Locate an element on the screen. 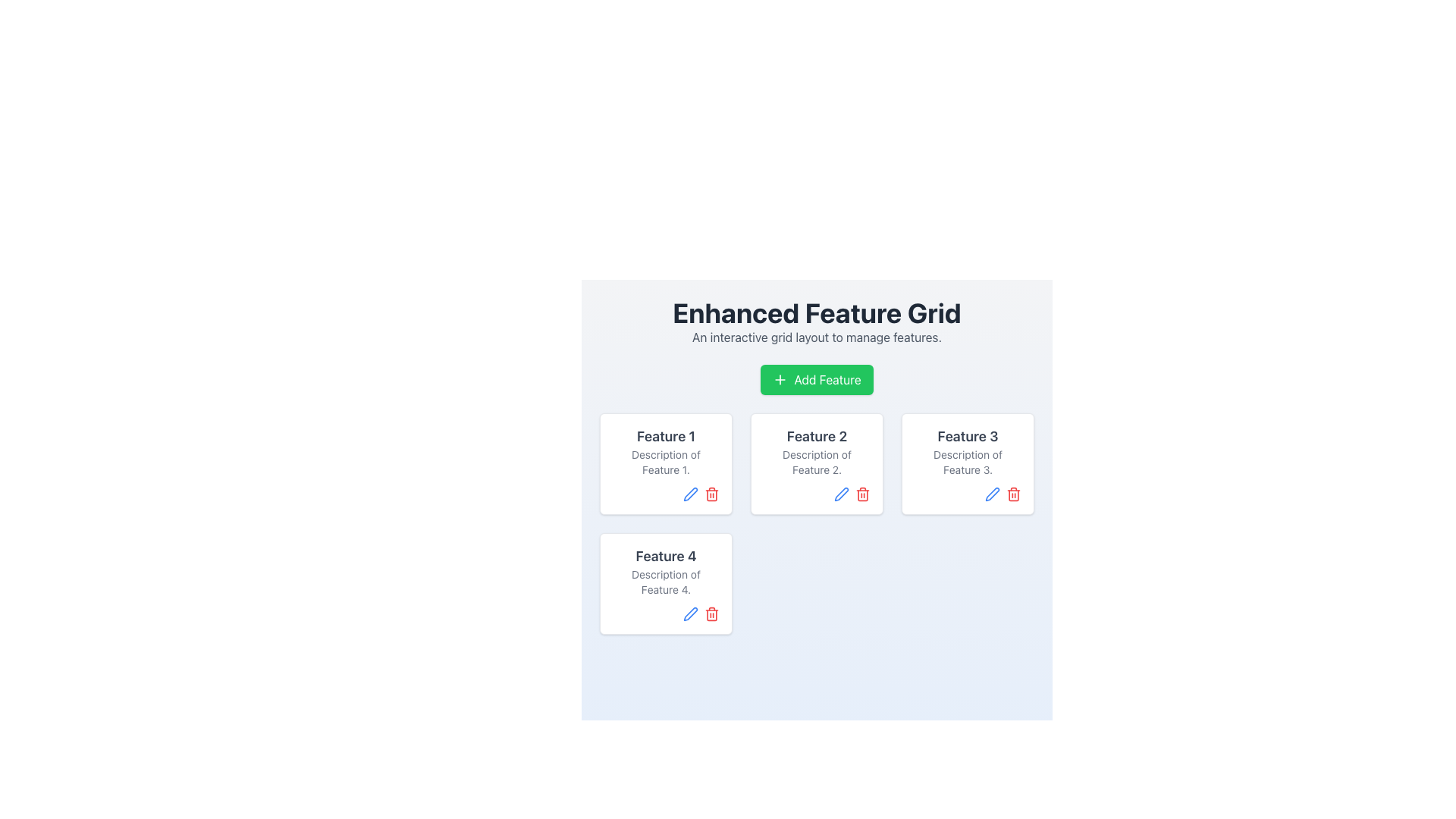 Image resolution: width=1456 pixels, height=819 pixels. and drop the List item card displaying 'Feature 1' is located at coordinates (666, 463).